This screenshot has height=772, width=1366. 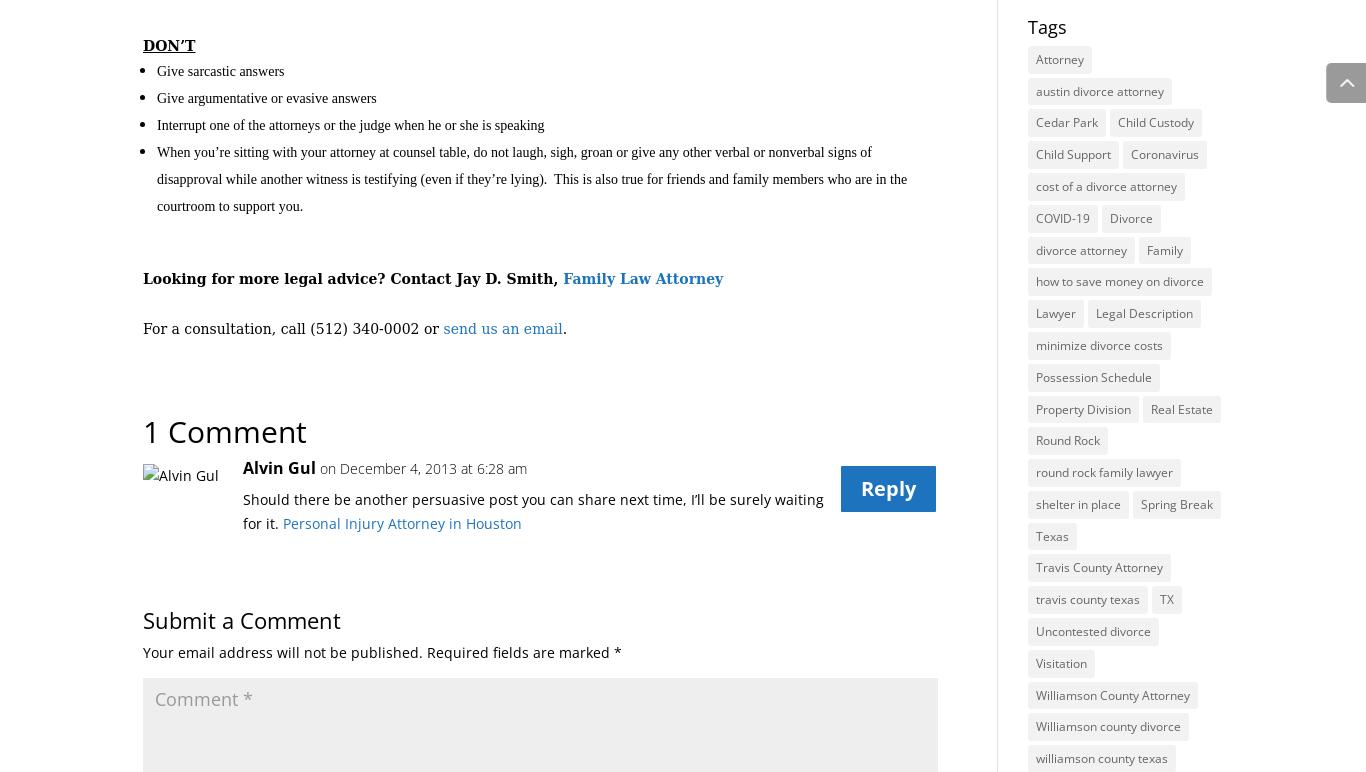 I want to click on 'Uncontested divorce', so click(x=1091, y=630).